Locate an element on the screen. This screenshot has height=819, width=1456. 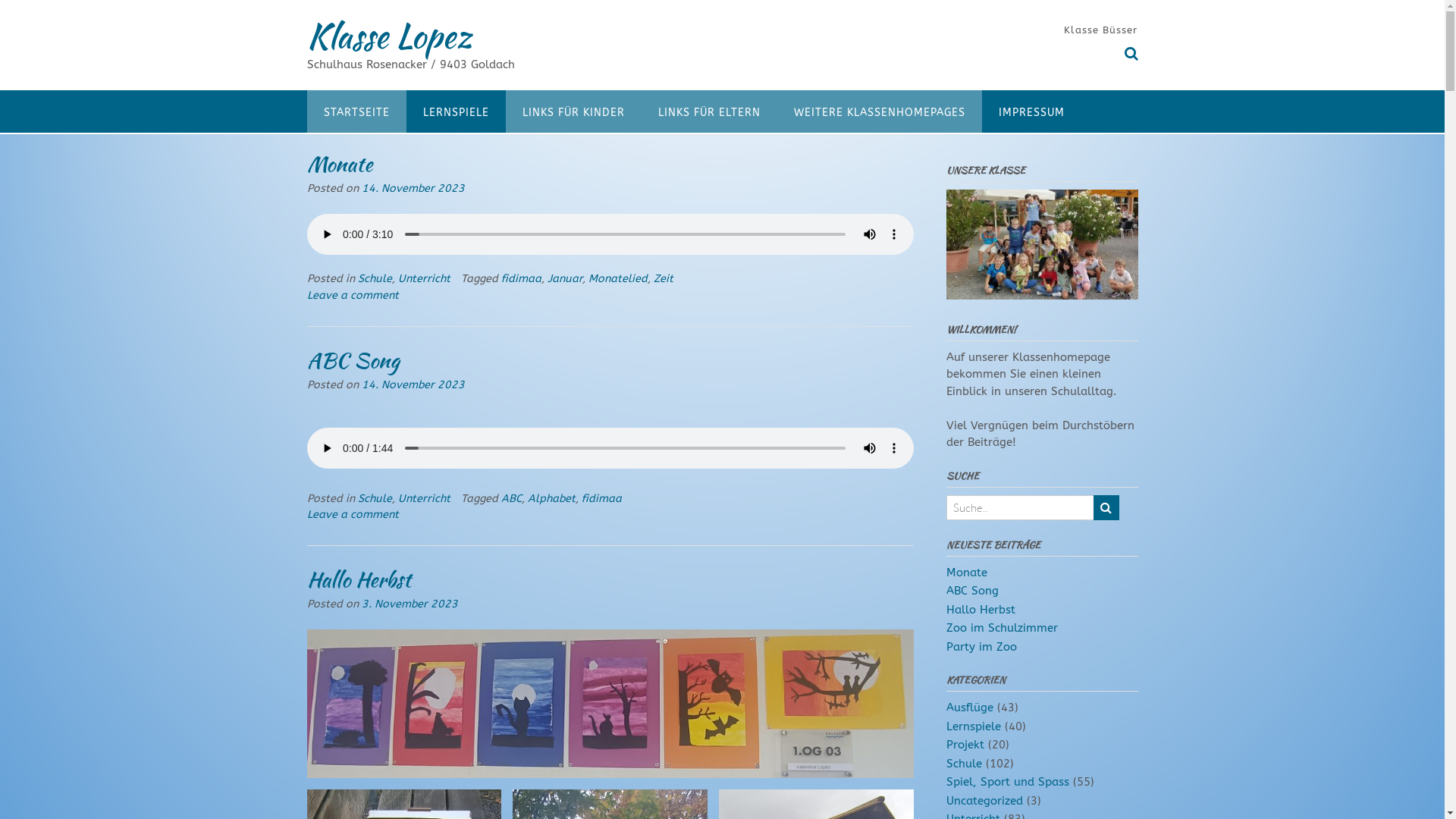
'Leave a comment' is located at coordinates (351, 513).